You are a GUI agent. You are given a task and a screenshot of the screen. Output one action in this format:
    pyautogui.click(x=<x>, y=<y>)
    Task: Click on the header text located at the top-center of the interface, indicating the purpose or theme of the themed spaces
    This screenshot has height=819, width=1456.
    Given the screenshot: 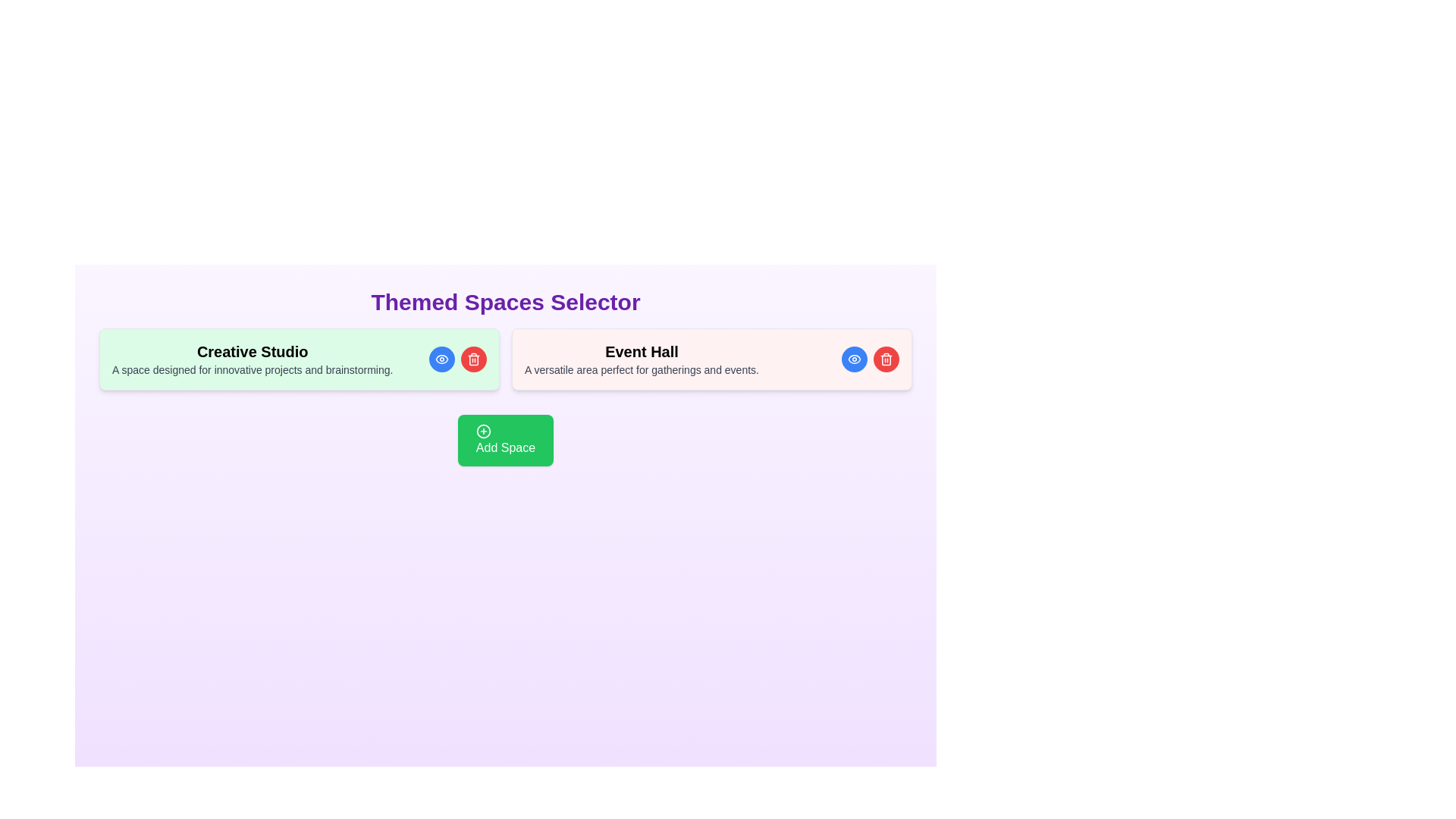 What is the action you would take?
    pyautogui.click(x=506, y=302)
    